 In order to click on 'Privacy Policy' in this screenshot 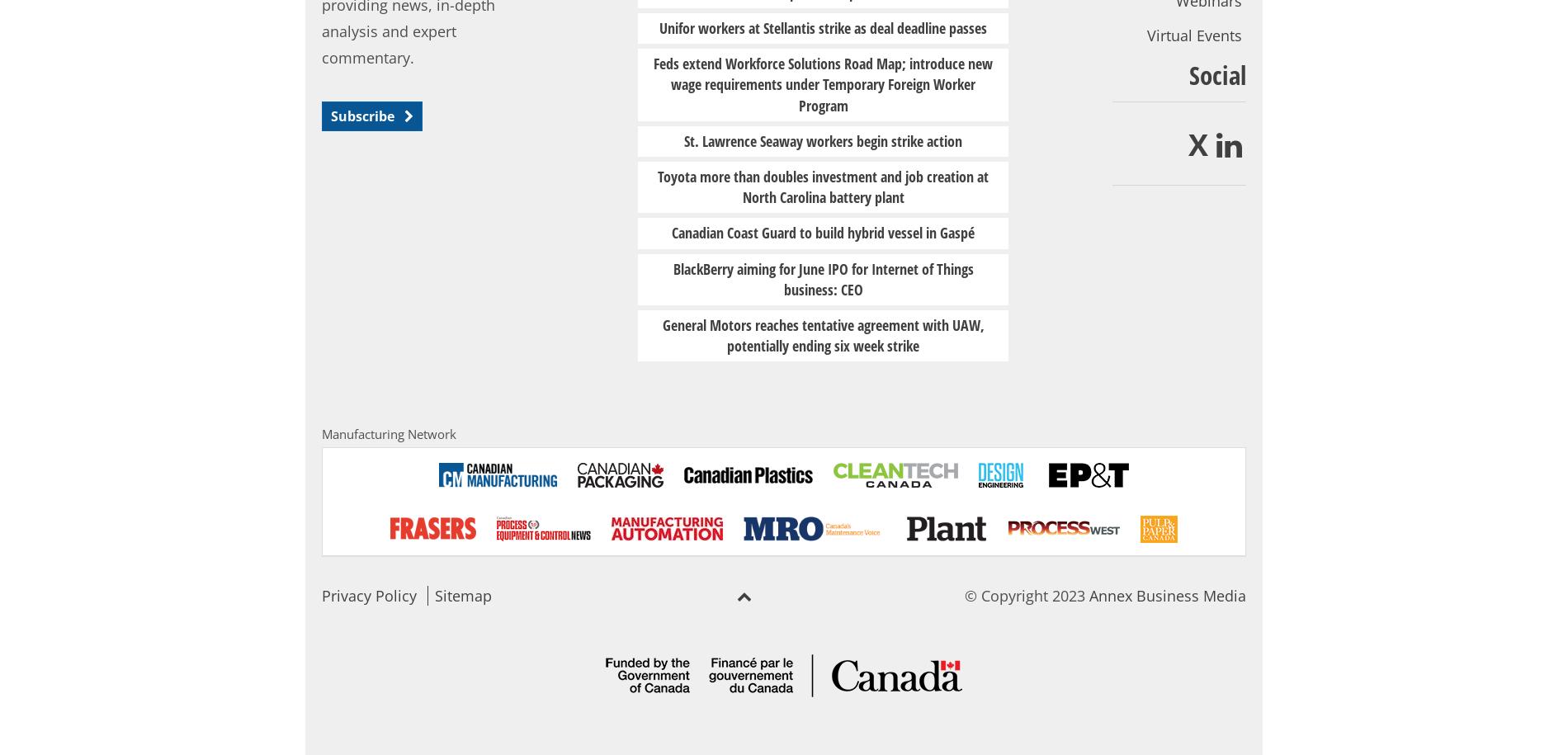, I will do `click(368, 595)`.